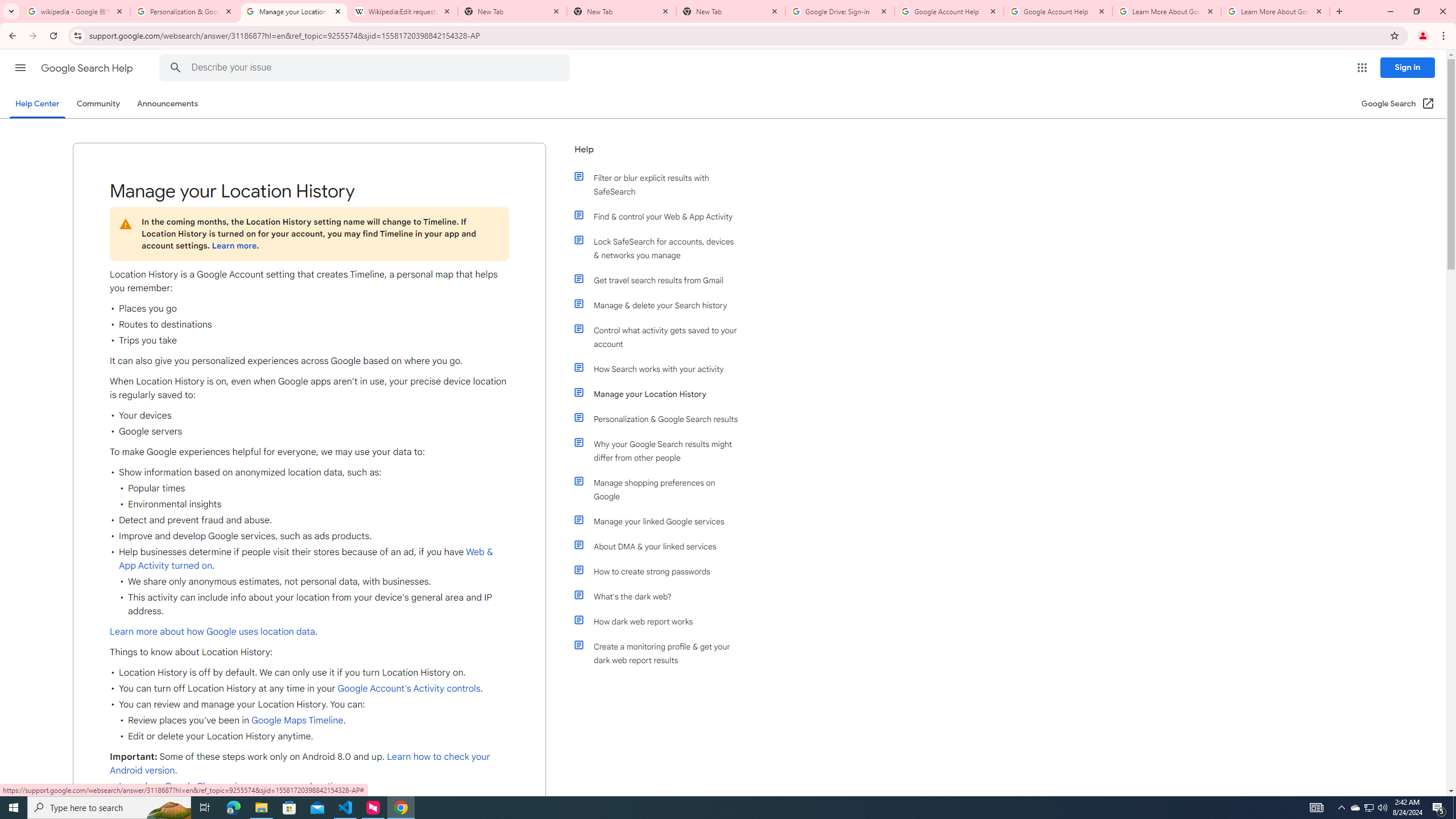  What do you see at coordinates (661, 547) in the screenshot?
I see `'About DMA & your linked services'` at bounding box center [661, 547].